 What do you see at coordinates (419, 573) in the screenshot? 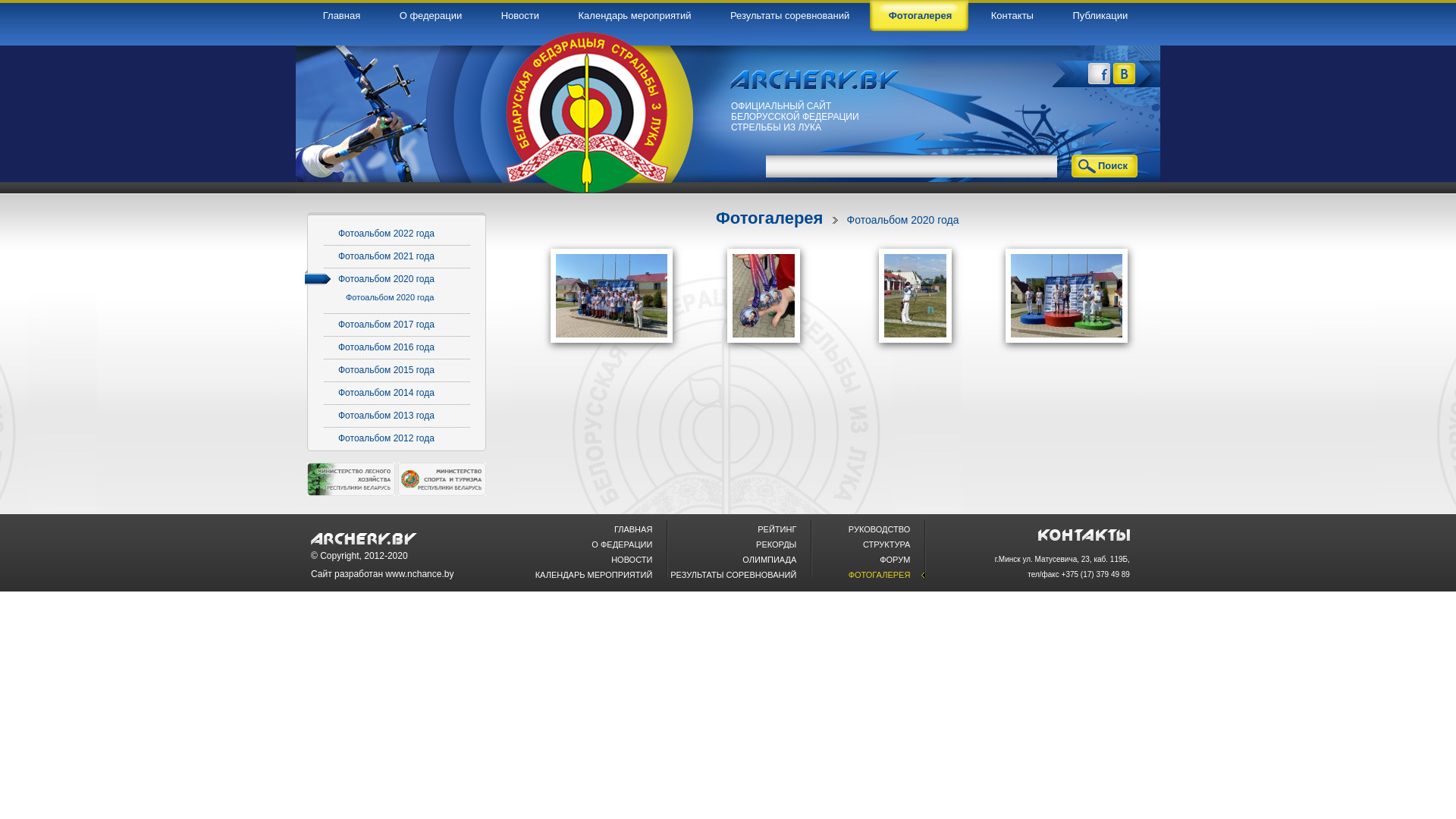
I see `'www.nchance.by'` at bounding box center [419, 573].